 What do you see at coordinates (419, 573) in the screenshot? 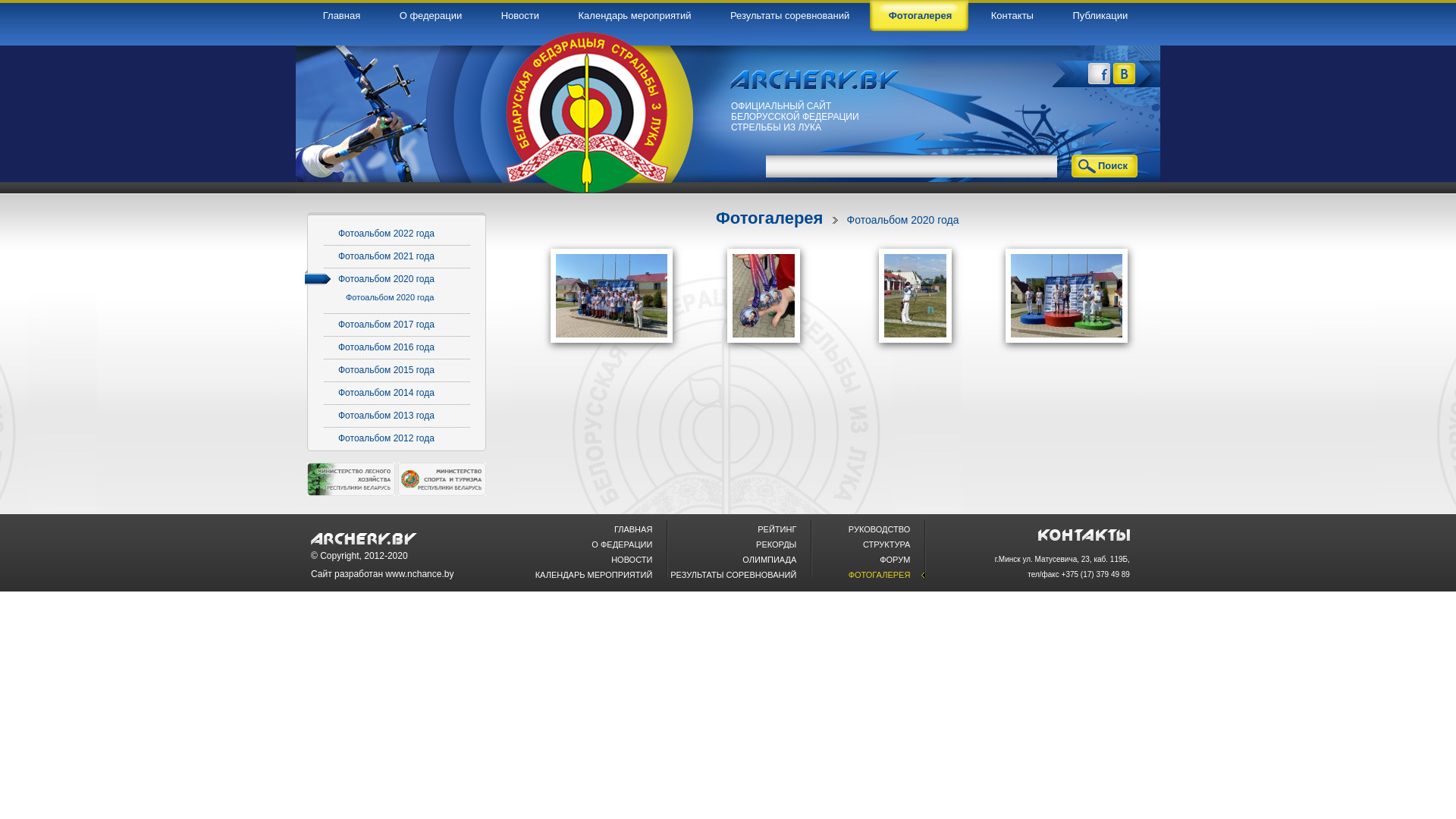
I see `'www.nchance.by'` at bounding box center [419, 573].